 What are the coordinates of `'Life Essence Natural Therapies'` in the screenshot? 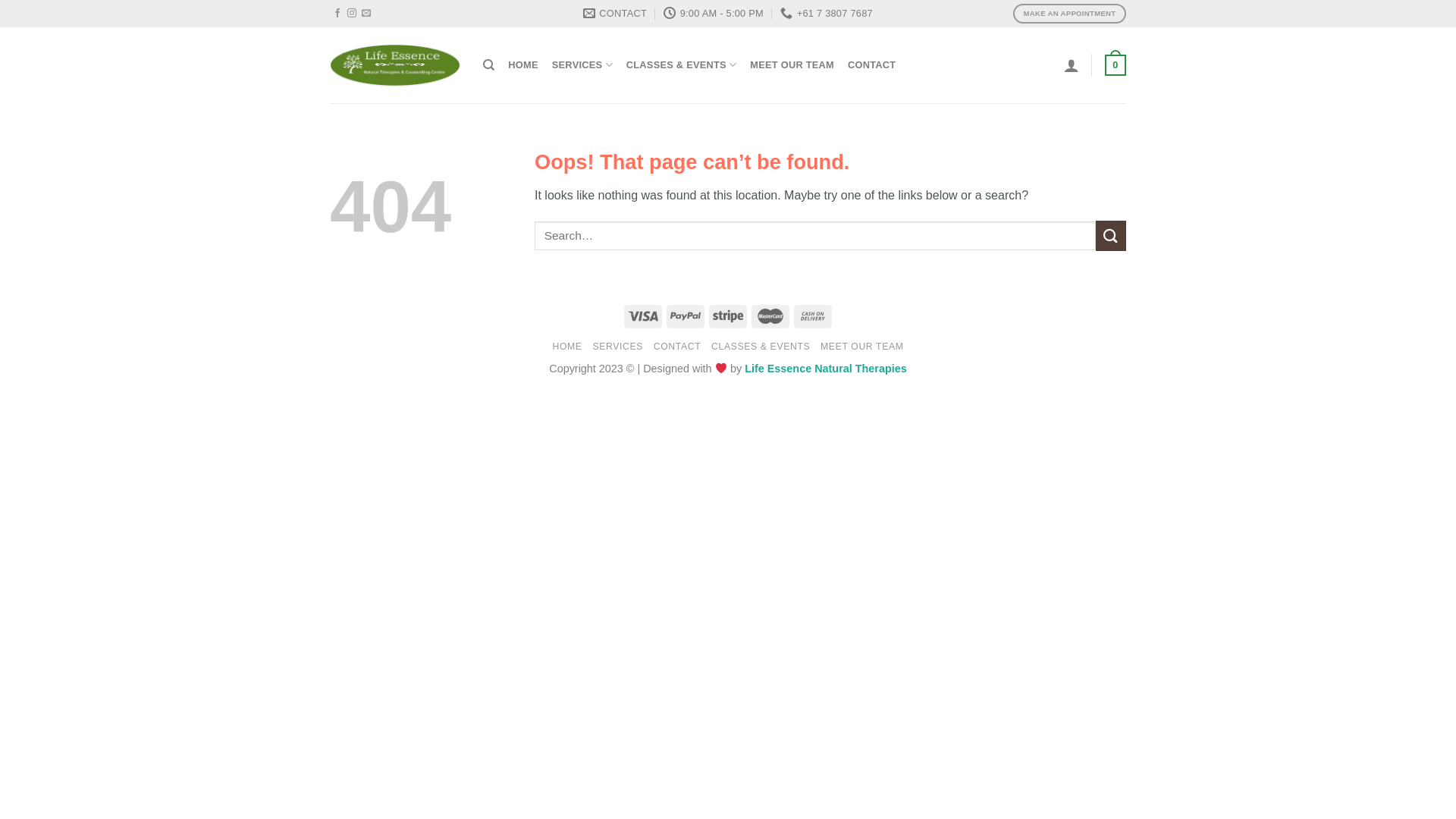 It's located at (745, 369).